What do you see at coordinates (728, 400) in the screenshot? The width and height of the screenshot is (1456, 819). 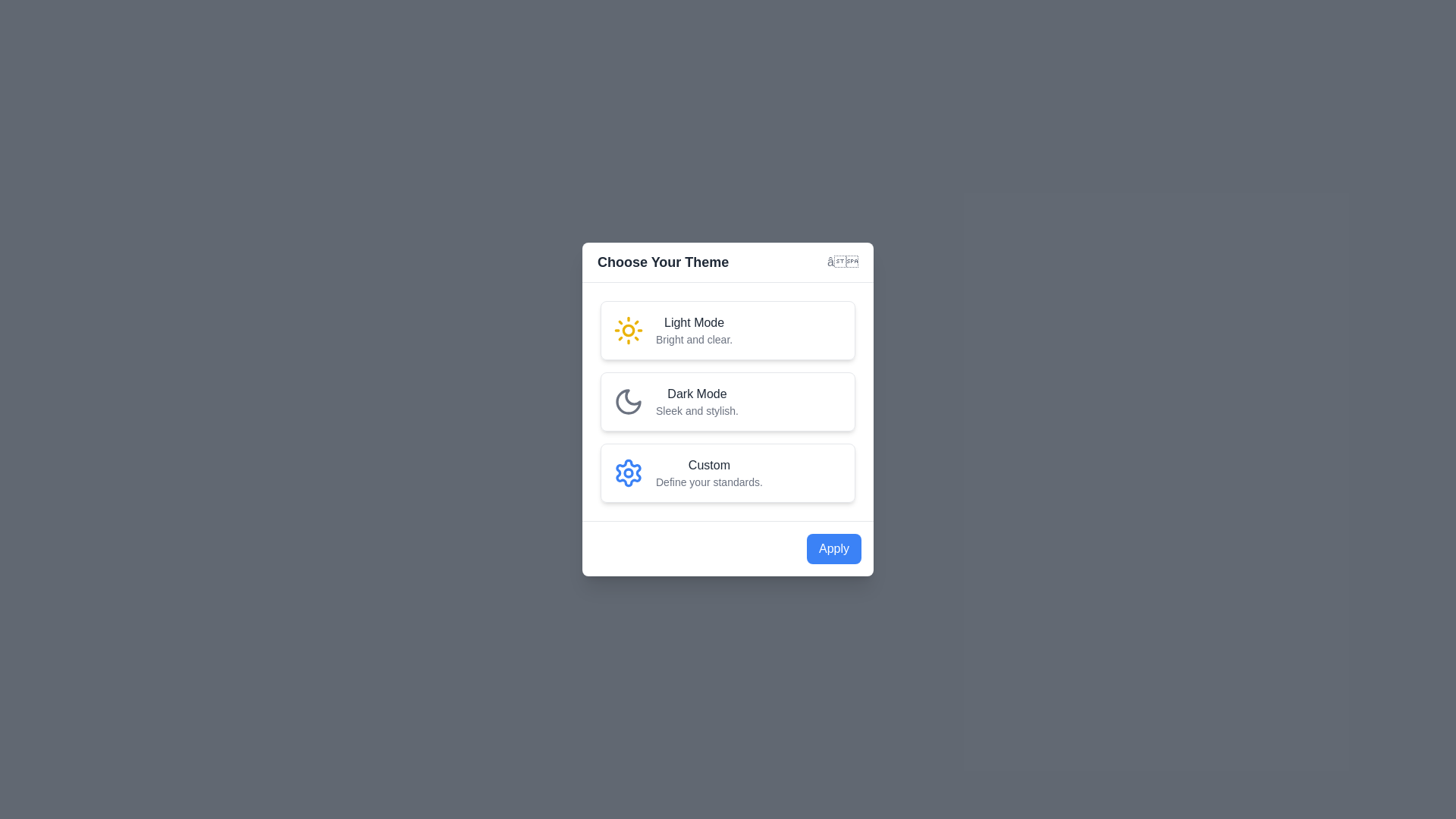 I see `the theme card for Dark Mode theme` at bounding box center [728, 400].